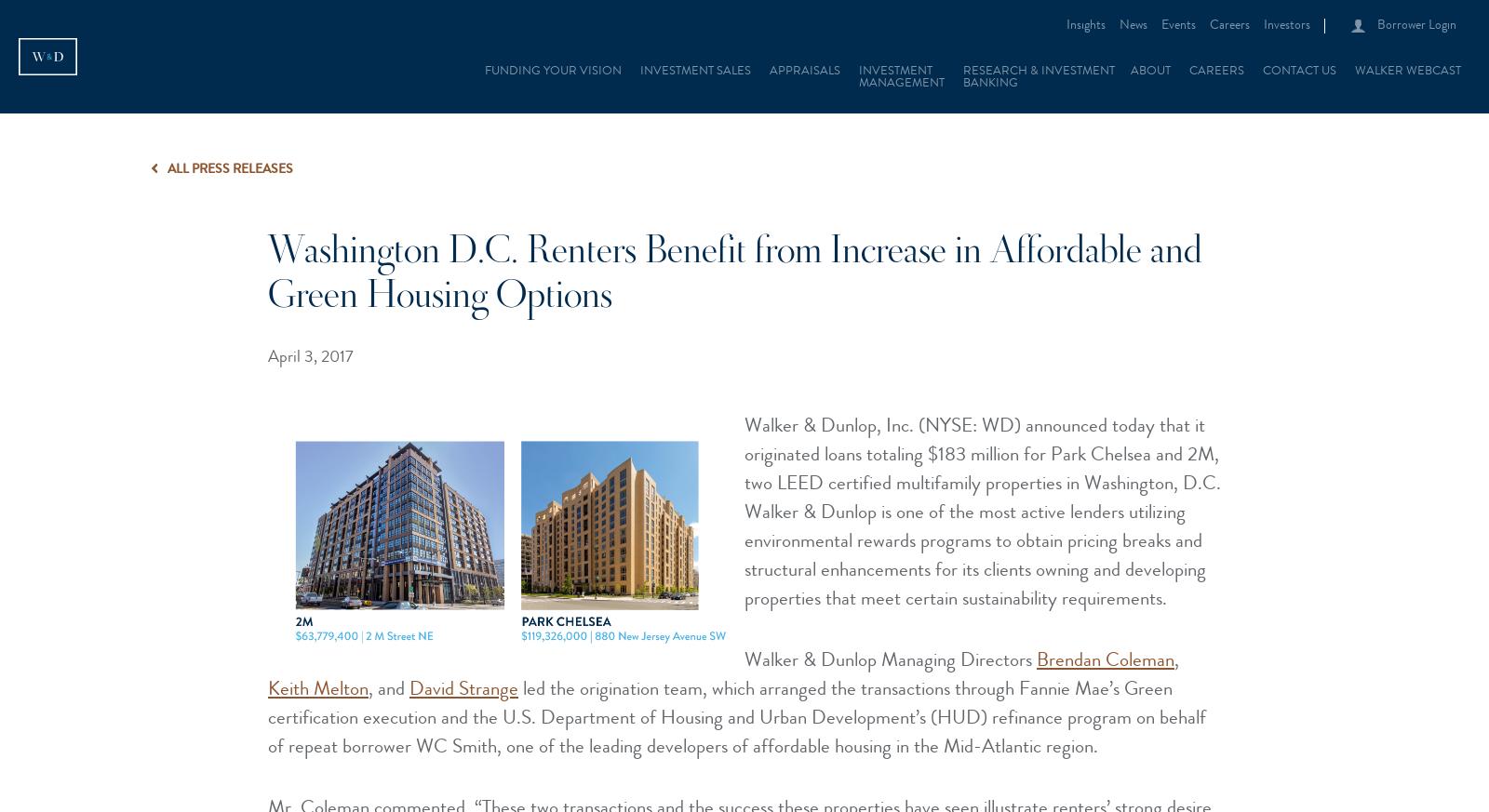  Describe the element at coordinates (1149, 71) in the screenshot. I see `'About'` at that location.